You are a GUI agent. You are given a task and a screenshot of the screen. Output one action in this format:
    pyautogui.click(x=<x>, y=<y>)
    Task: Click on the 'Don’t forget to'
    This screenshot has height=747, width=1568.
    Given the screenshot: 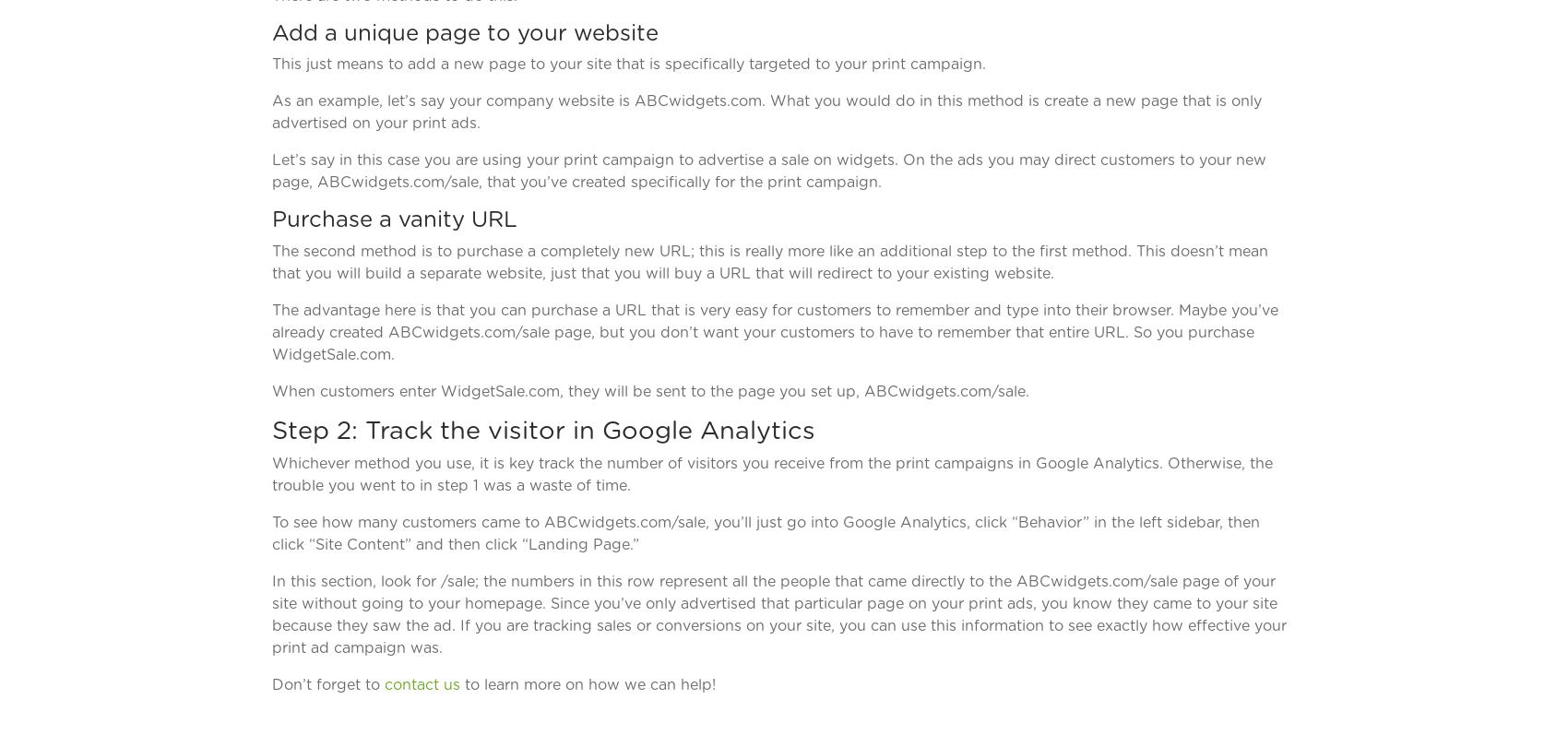 What is the action you would take?
    pyautogui.click(x=271, y=682)
    